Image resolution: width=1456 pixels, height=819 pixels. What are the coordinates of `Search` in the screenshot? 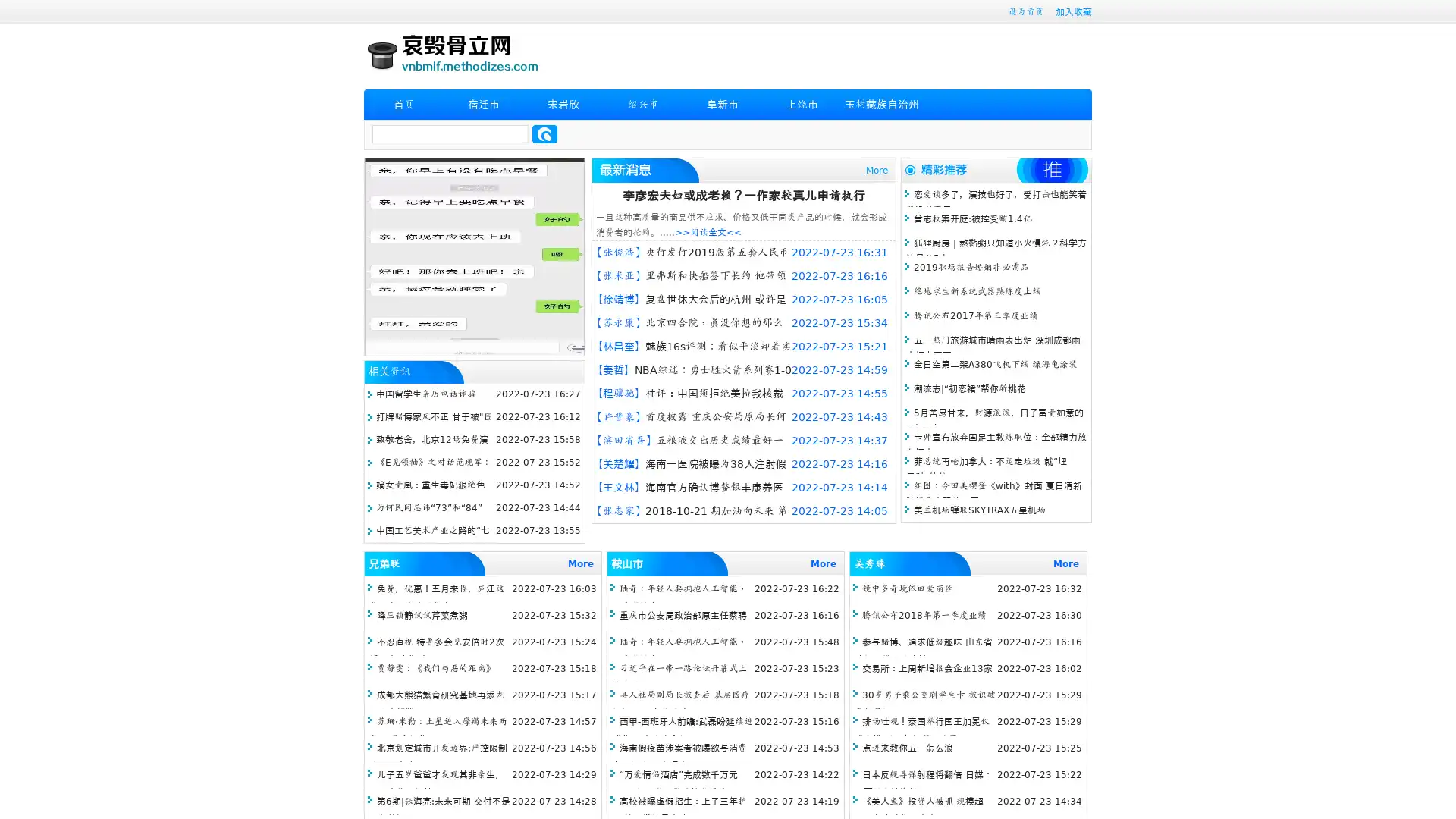 It's located at (544, 133).